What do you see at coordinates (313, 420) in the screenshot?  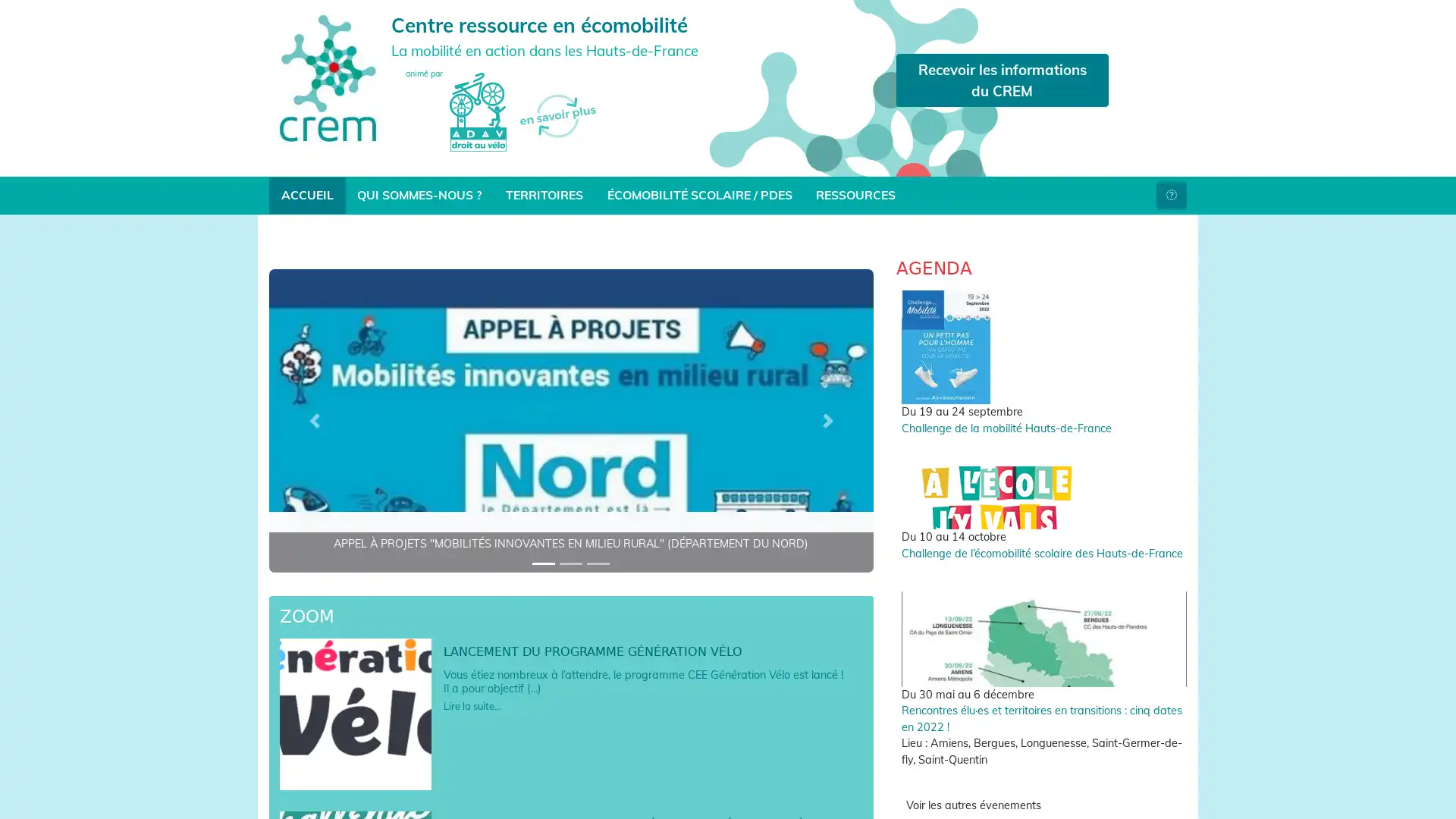 I see `Previous` at bounding box center [313, 420].